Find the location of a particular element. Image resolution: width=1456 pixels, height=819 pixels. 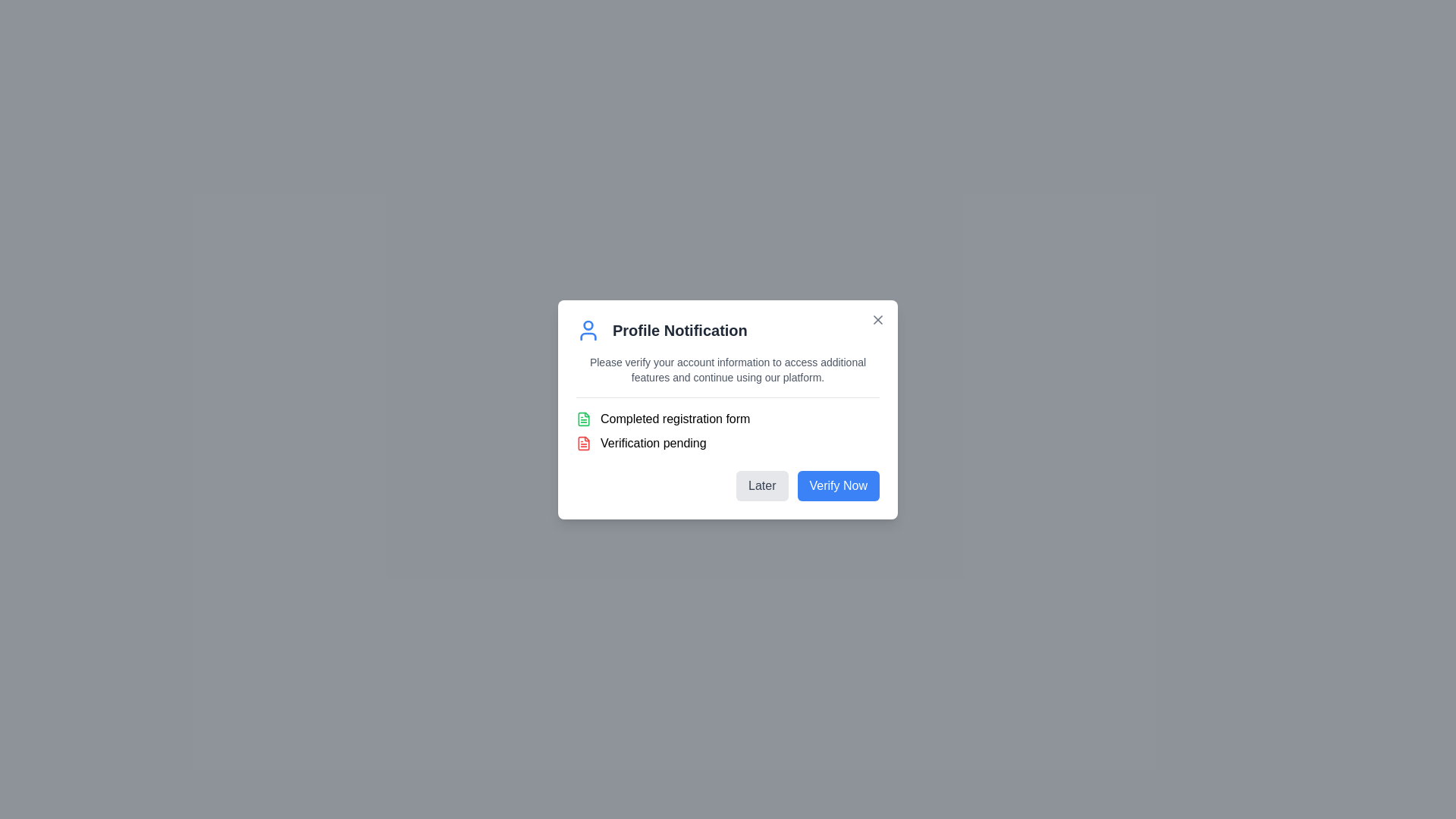

the user-profile icon represented in a clean, minimalistic SVG style, located next to the 'Profile Notification' text is located at coordinates (588, 329).